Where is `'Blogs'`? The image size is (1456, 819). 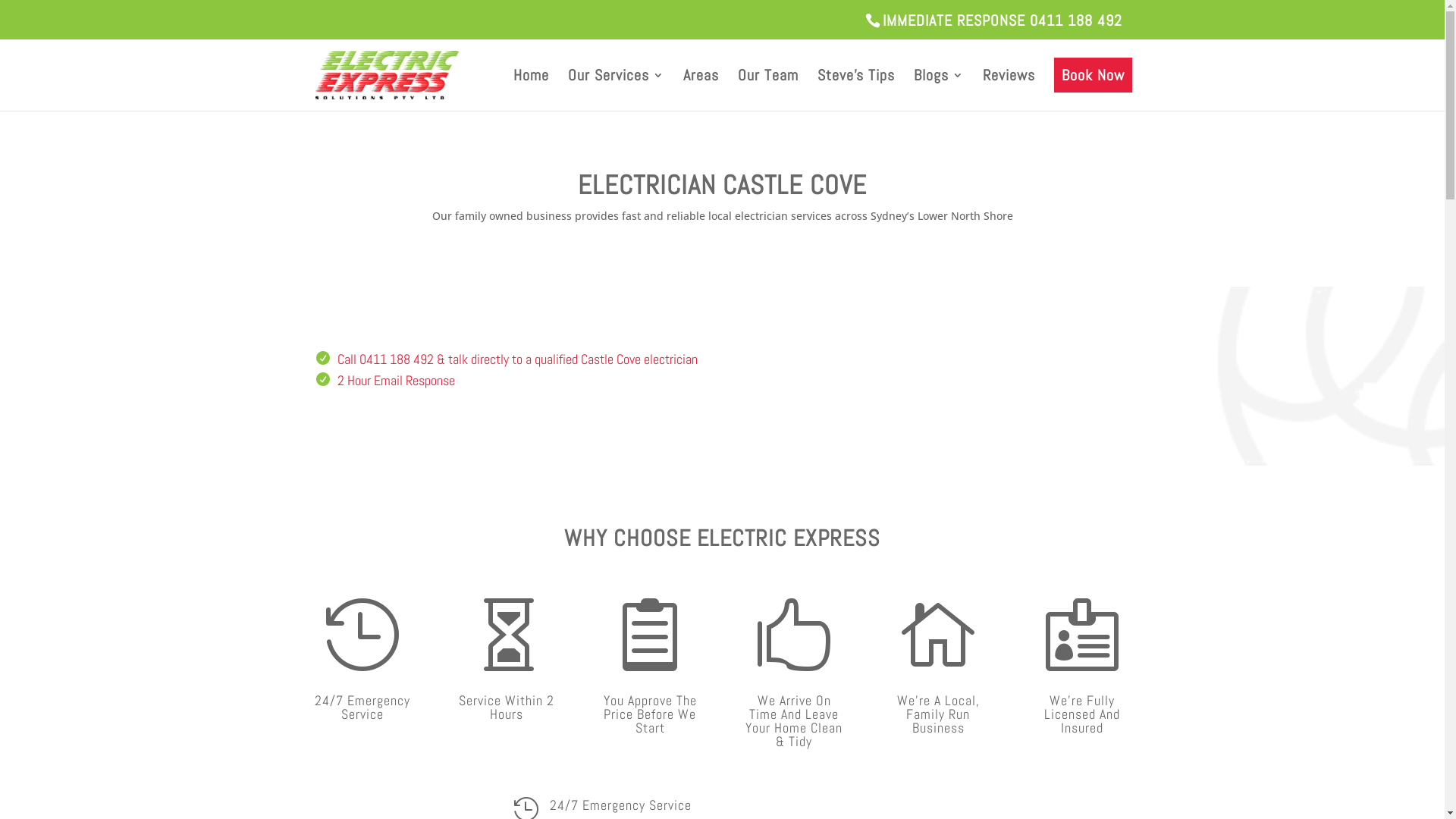
'Blogs' is located at coordinates (937, 90).